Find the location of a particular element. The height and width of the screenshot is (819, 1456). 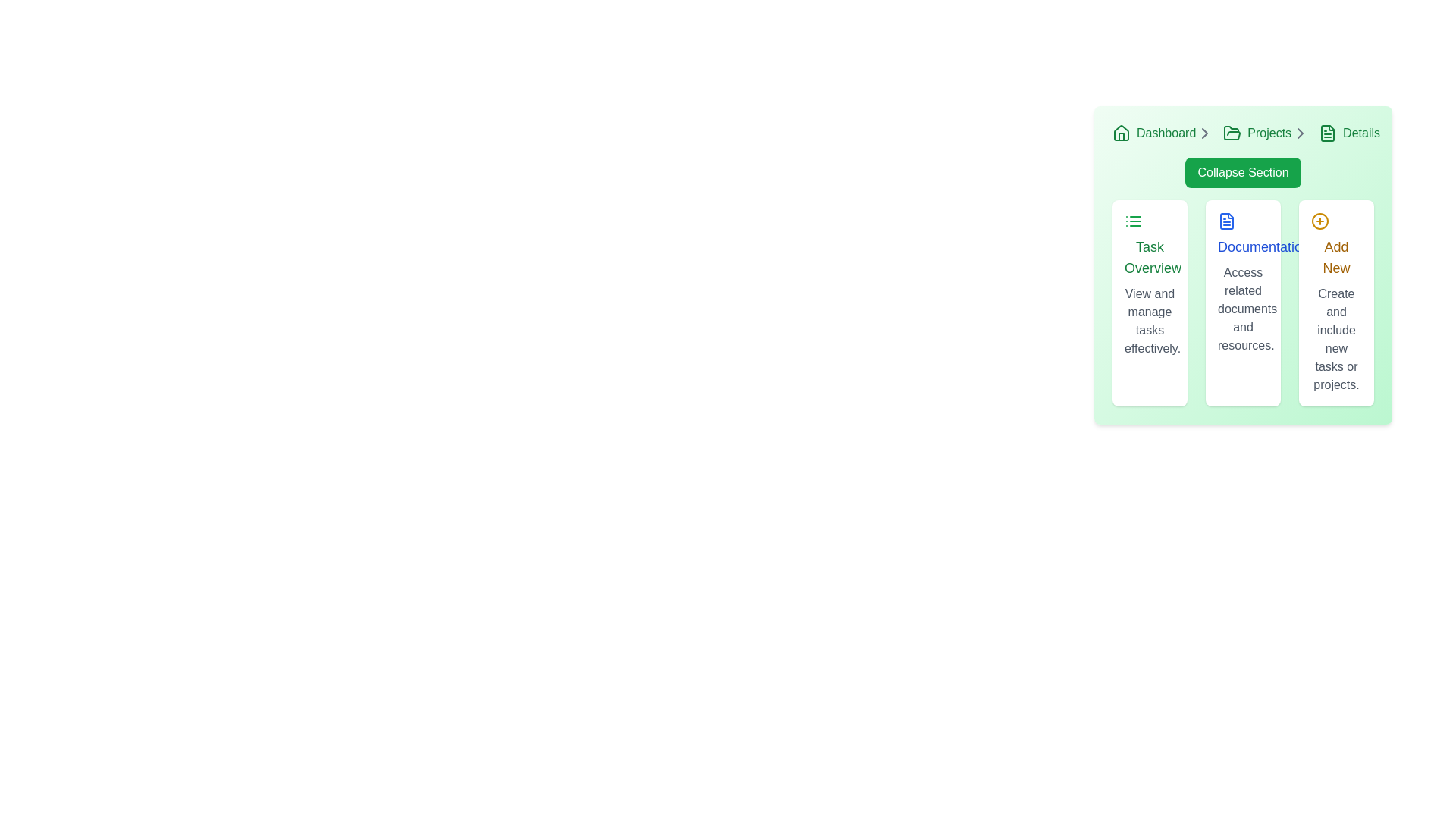

the yellow circular outline of the '+' icon located in the 'Add New' section, which is the last card in a right-aligned row of three cards is located at coordinates (1319, 221).